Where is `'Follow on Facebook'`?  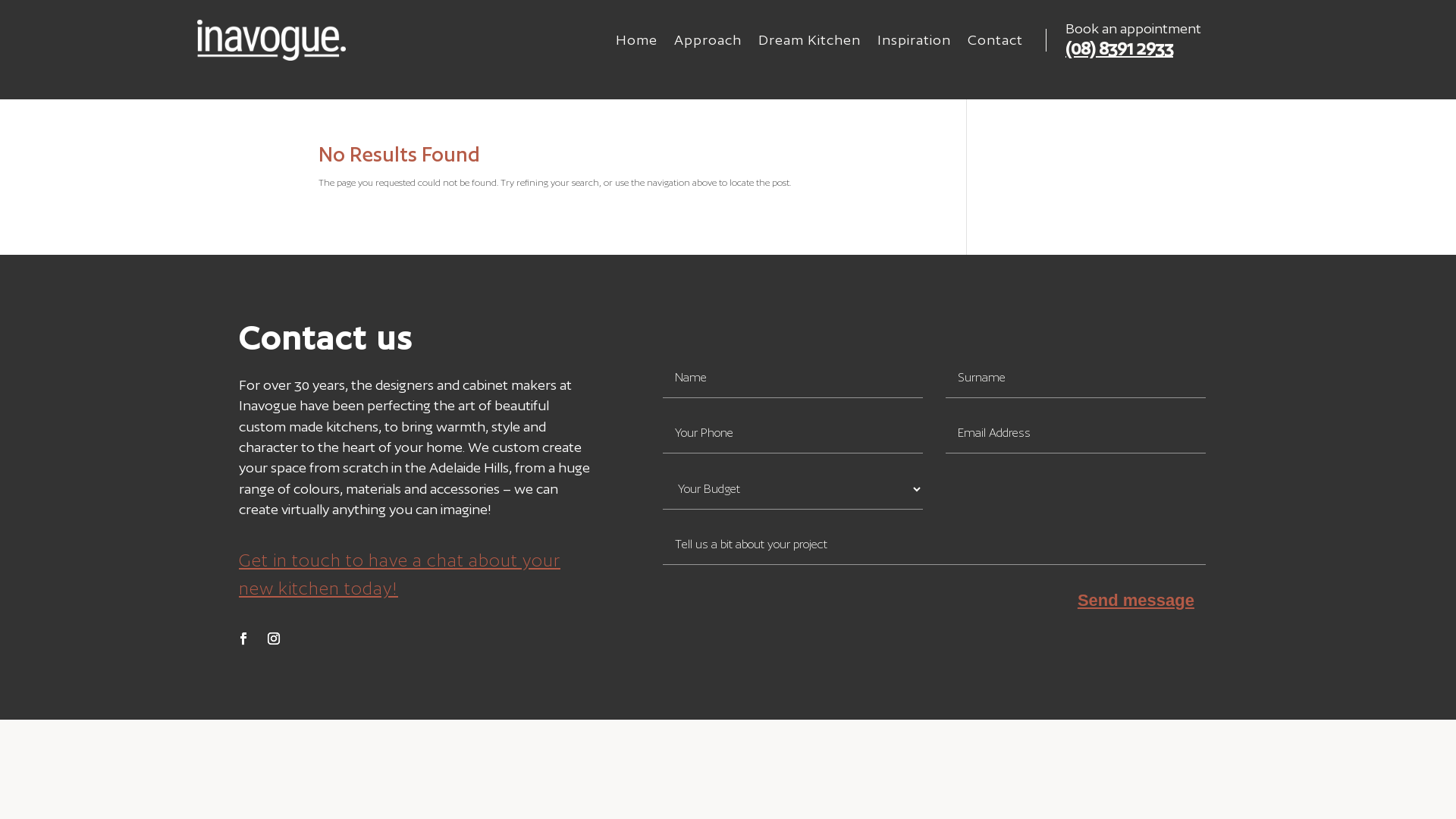
'Follow on Facebook' is located at coordinates (243, 638).